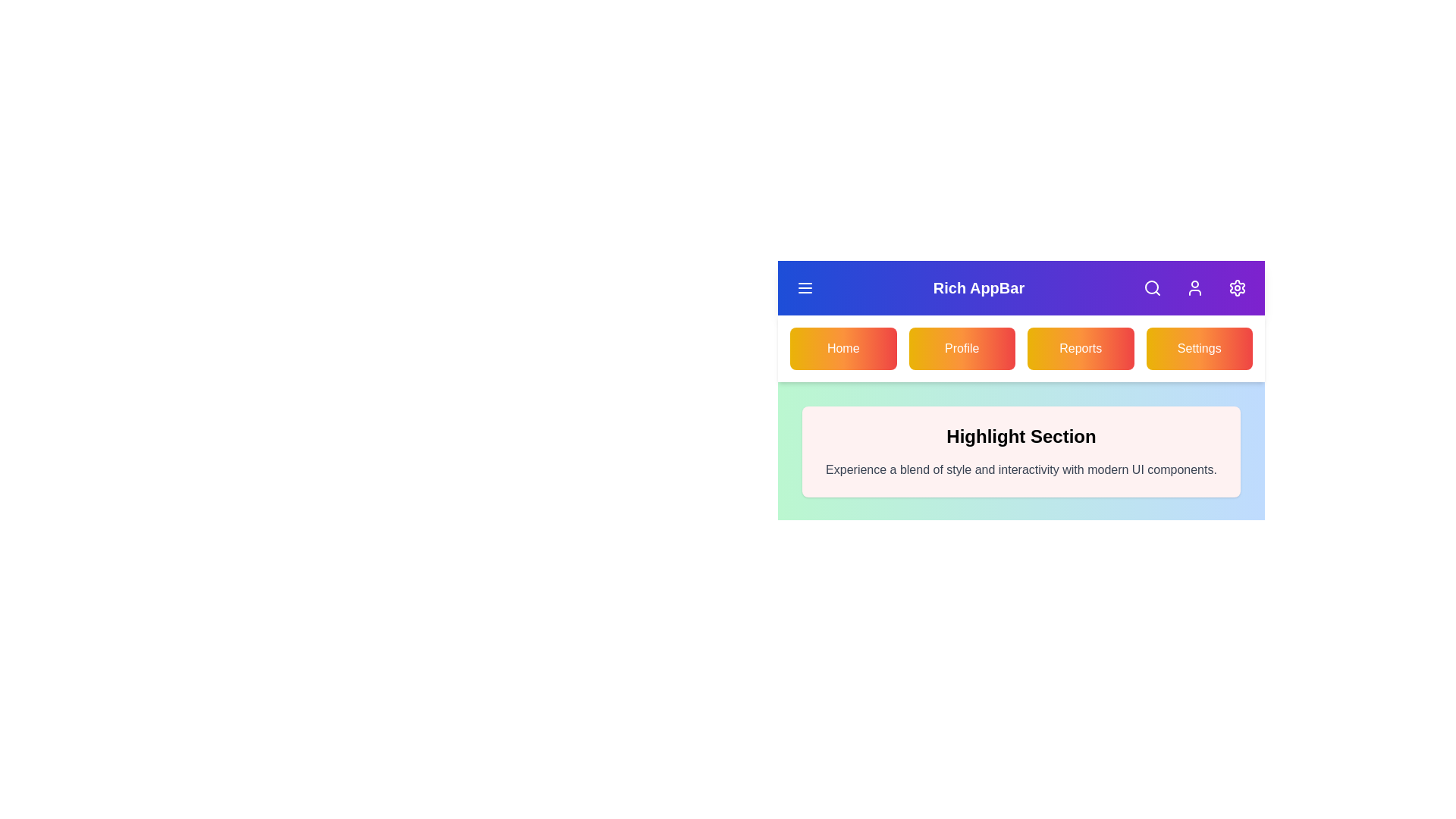 The height and width of the screenshot is (819, 1456). I want to click on the button labeled Settings to observe its hover effect, so click(1198, 348).